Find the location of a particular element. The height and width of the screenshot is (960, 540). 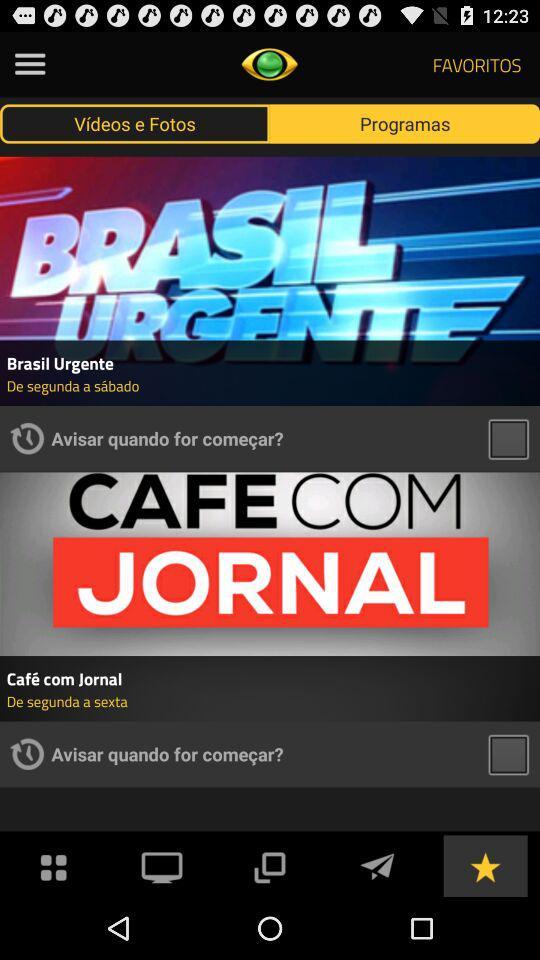

selection square is located at coordinates (508, 438).